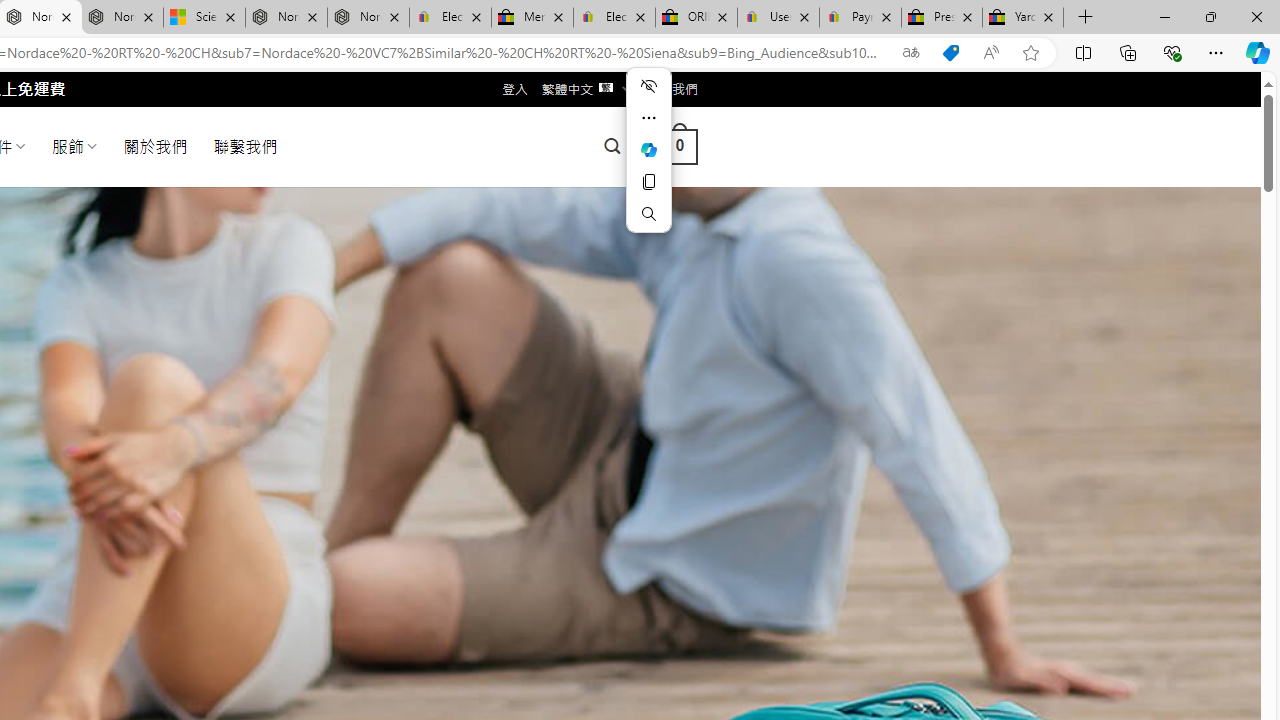 This screenshot has width=1280, height=720. Describe the element at coordinates (950, 52) in the screenshot. I see `'This site has coupons! Shopping in Microsoft Edge'` at that location.